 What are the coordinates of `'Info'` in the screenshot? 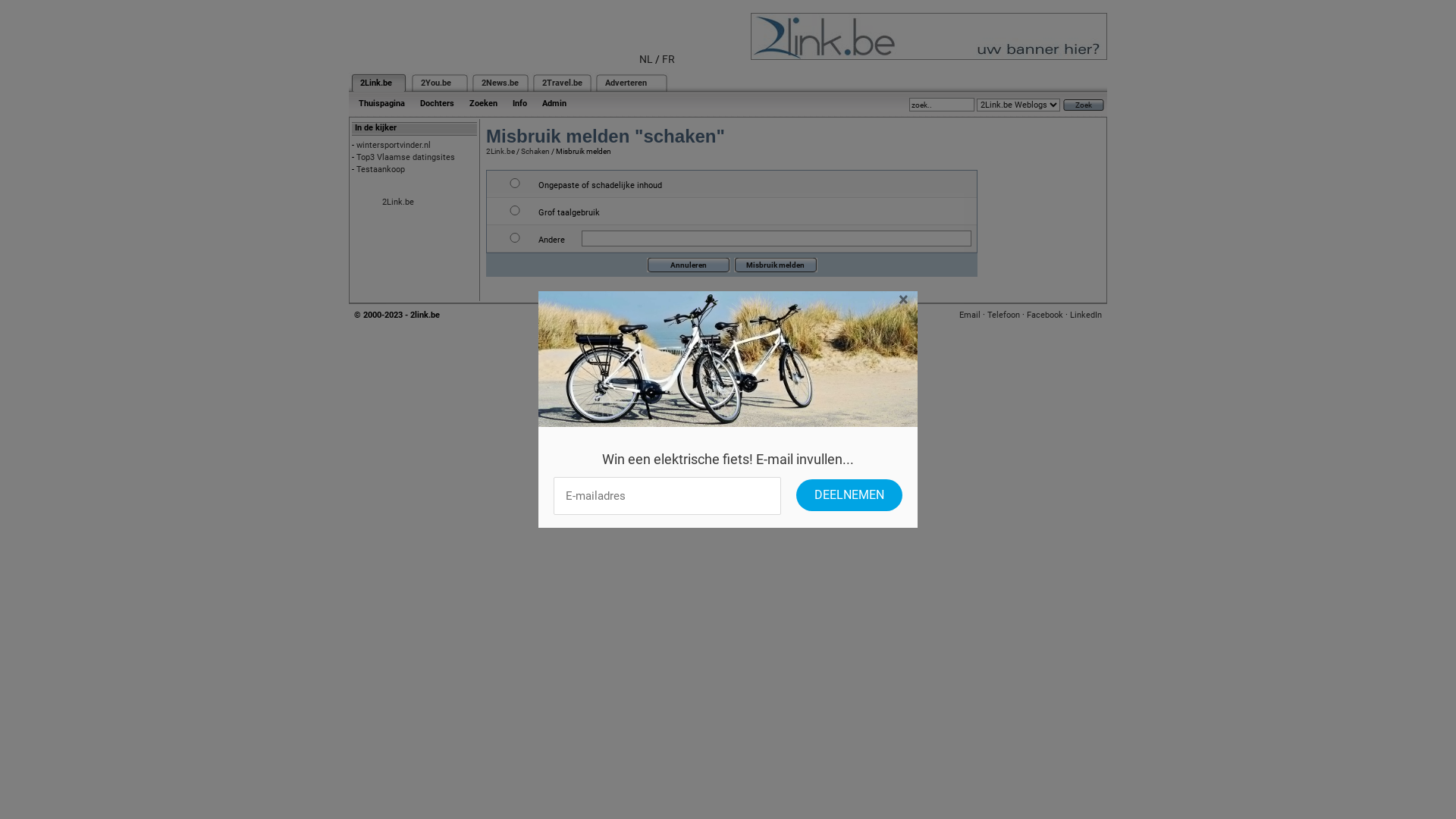 It's located at (519, 102).